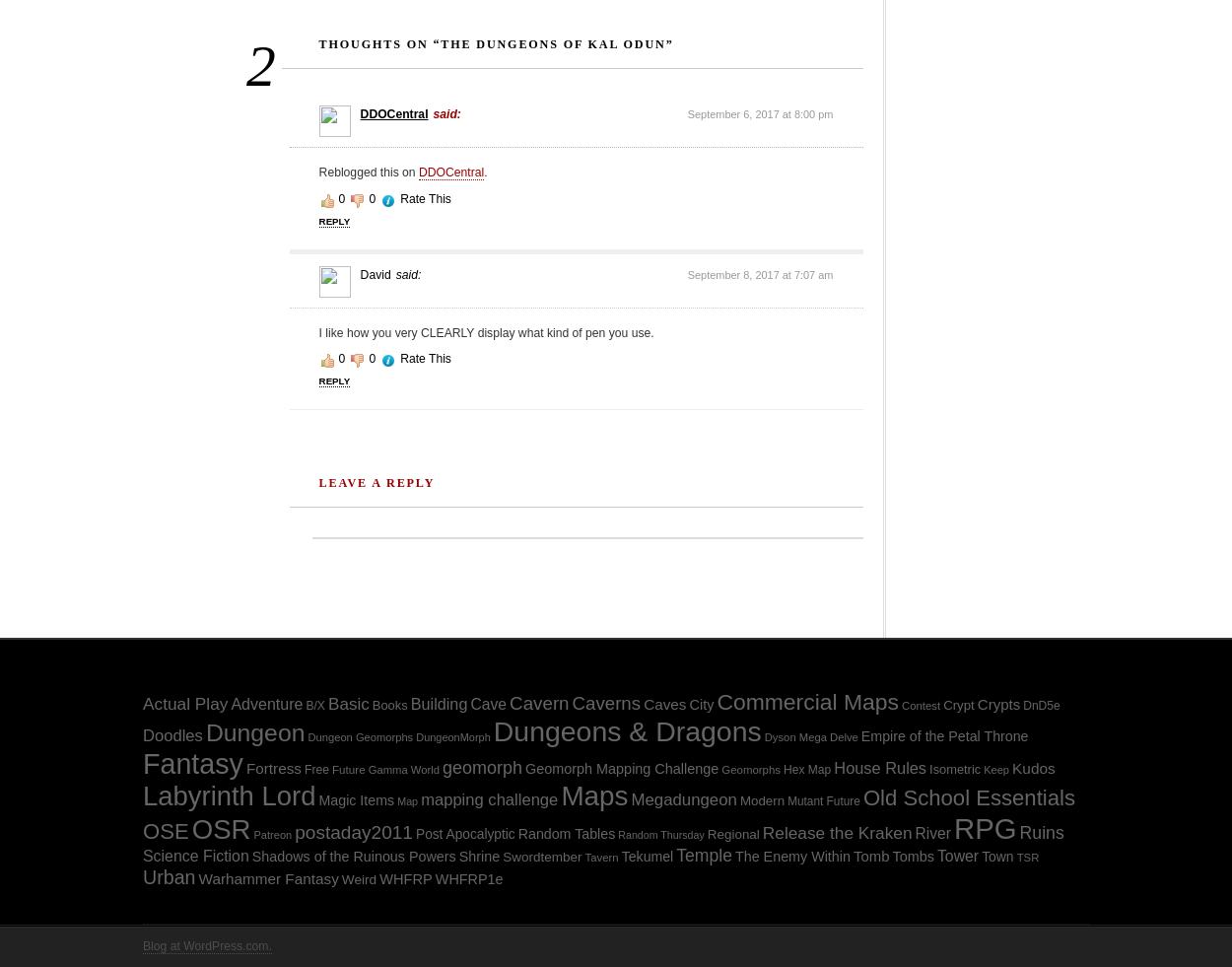  I want to click on 'Caverns', so click(605, 703).